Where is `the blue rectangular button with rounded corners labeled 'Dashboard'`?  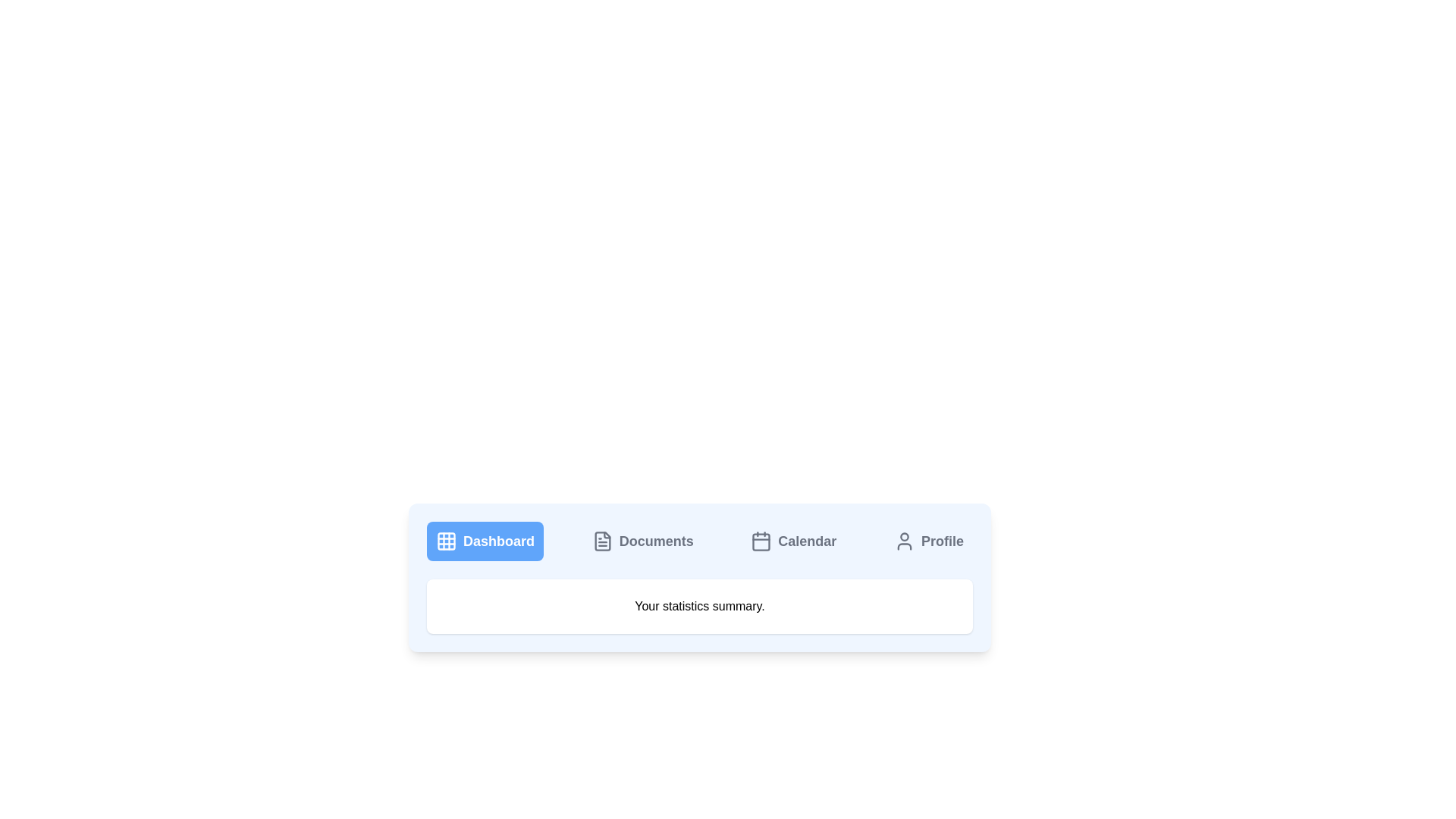 the blue rectangular button with rounded corners labeled 'Dashboard' is located at coordinates (484, 540).